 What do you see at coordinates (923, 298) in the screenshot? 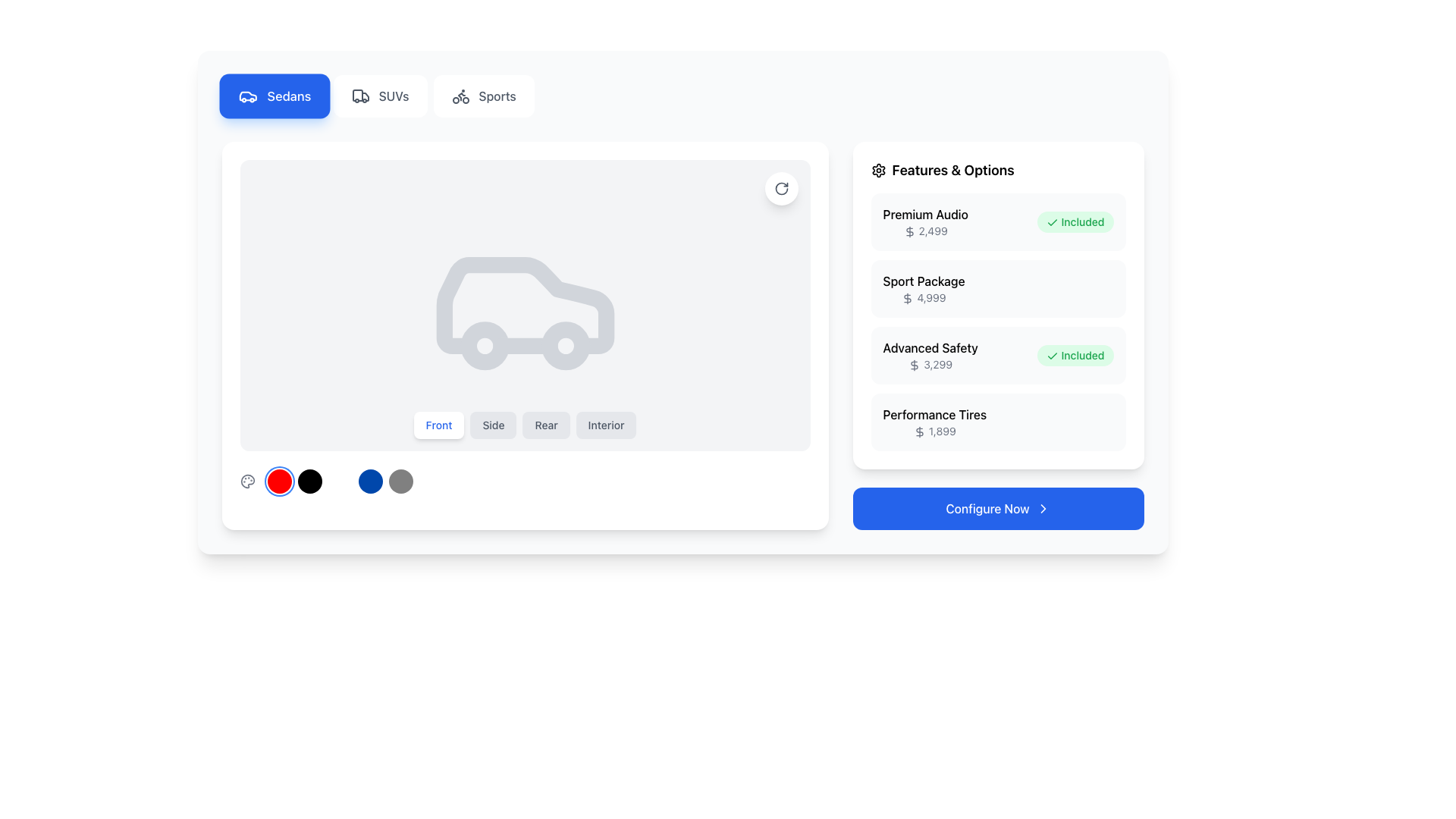
I see `the Text Display with Icon that shows the price of the 'Sport Package', positioned under 'Features & Options' and aligned with 'Sport Package'` at bounding box center [923, 298].